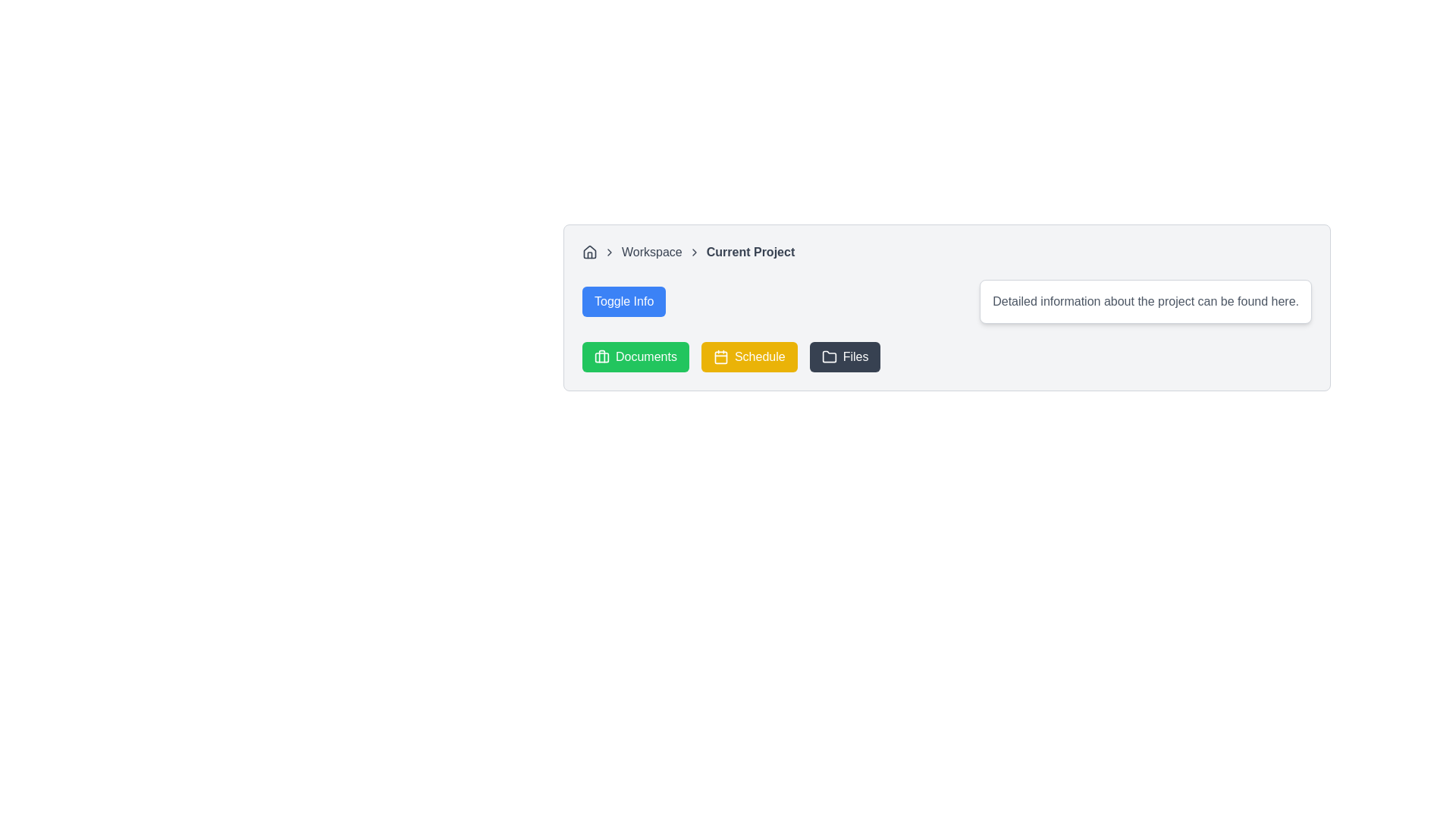 The image size is (1456, 819). Describe the element at coordinates (610, 251) in the screenshot. I see `the first chevron icon in the breadcrumb navigation that separates 'Home' and 'Workspace'` at that location.